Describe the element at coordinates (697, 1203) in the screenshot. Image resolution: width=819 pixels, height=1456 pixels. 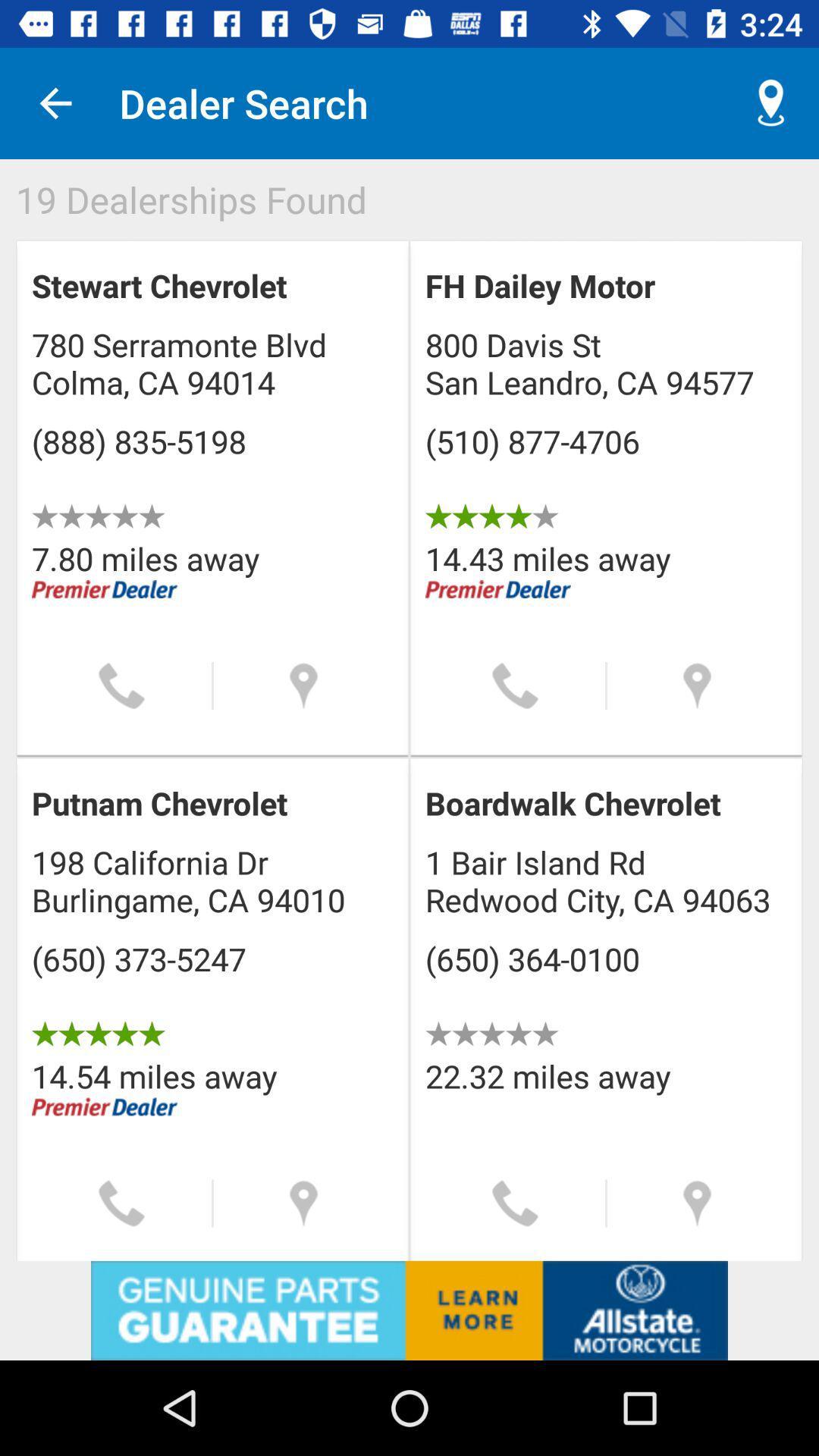
I see `on map` at that location.